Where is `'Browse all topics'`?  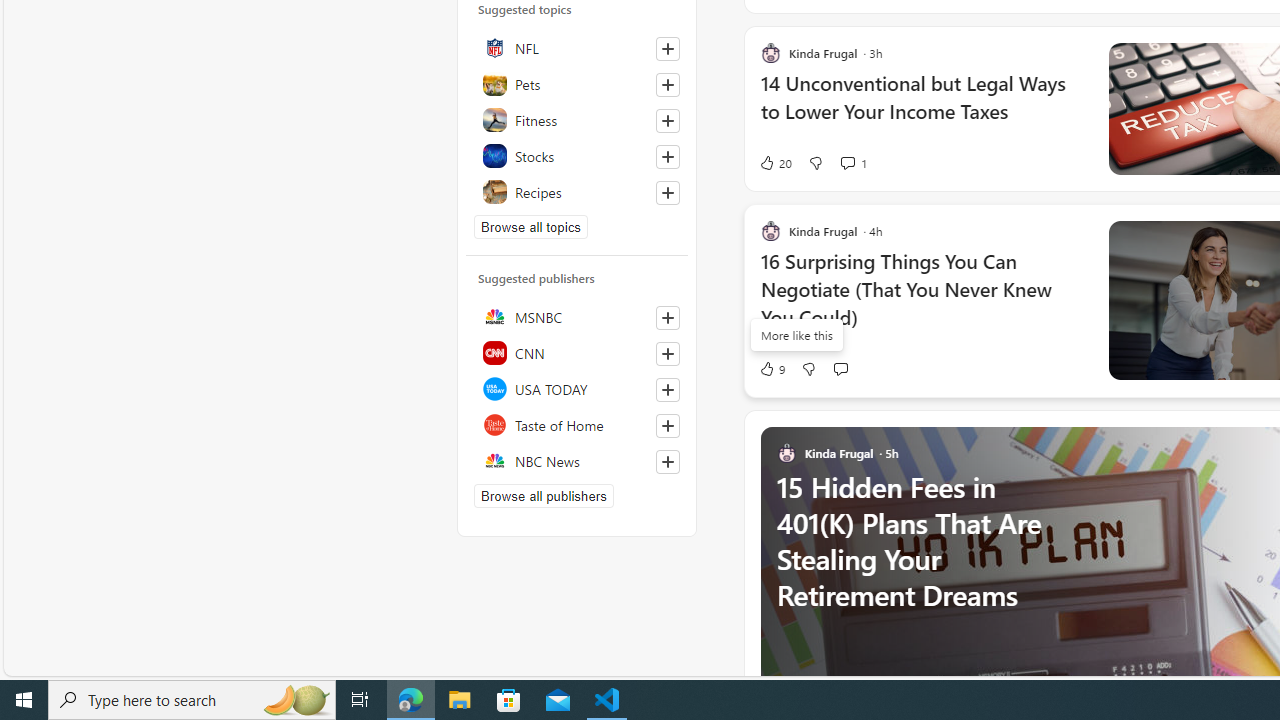
'Browse all topics' is located at coordinates (531, 226).